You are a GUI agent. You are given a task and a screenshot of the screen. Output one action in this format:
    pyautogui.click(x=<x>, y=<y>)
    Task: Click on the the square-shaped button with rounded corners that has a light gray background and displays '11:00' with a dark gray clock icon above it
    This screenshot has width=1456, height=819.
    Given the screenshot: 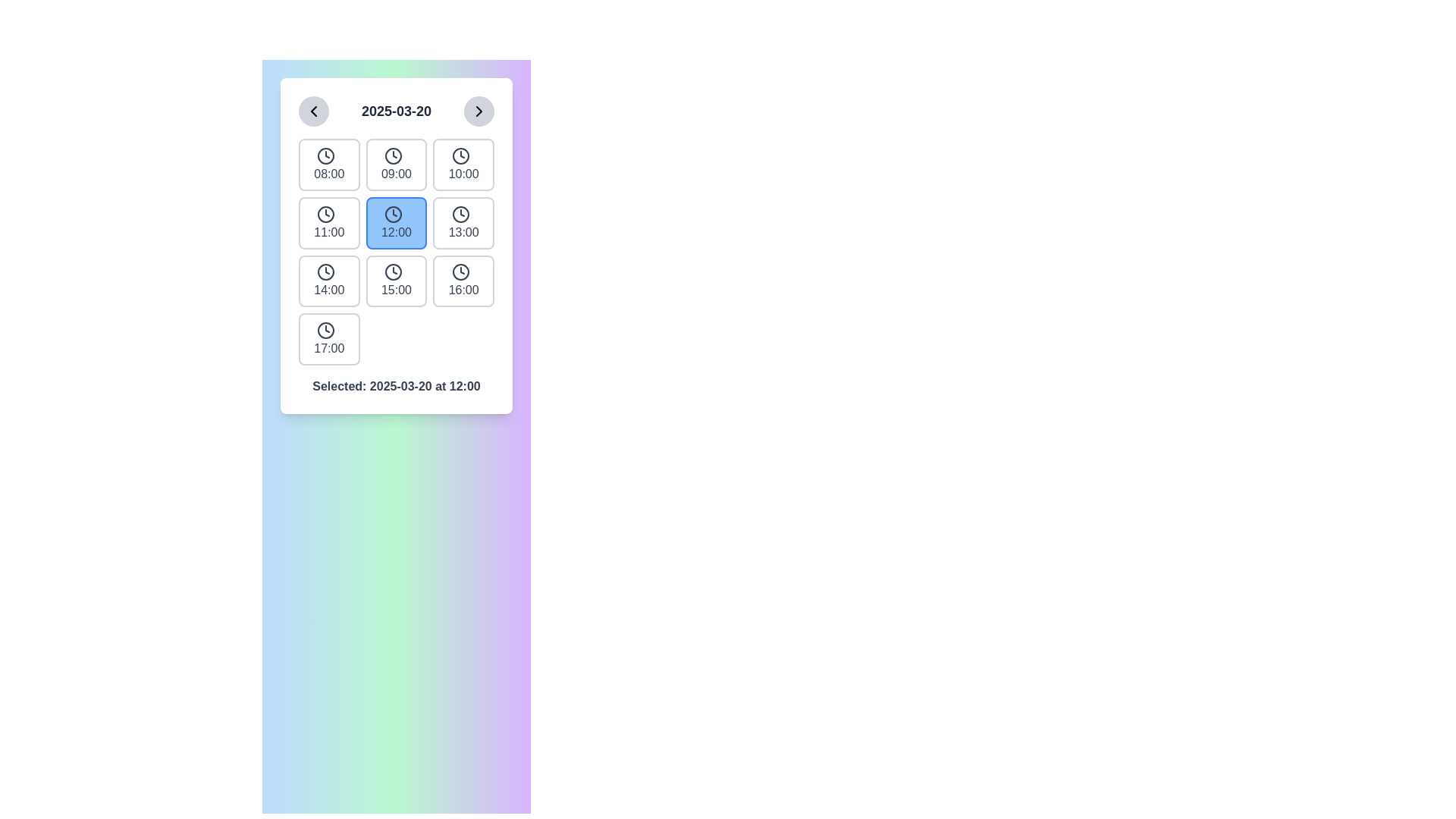 What is the action you would take?
    pyautogui.click(x=328, y=223)
    